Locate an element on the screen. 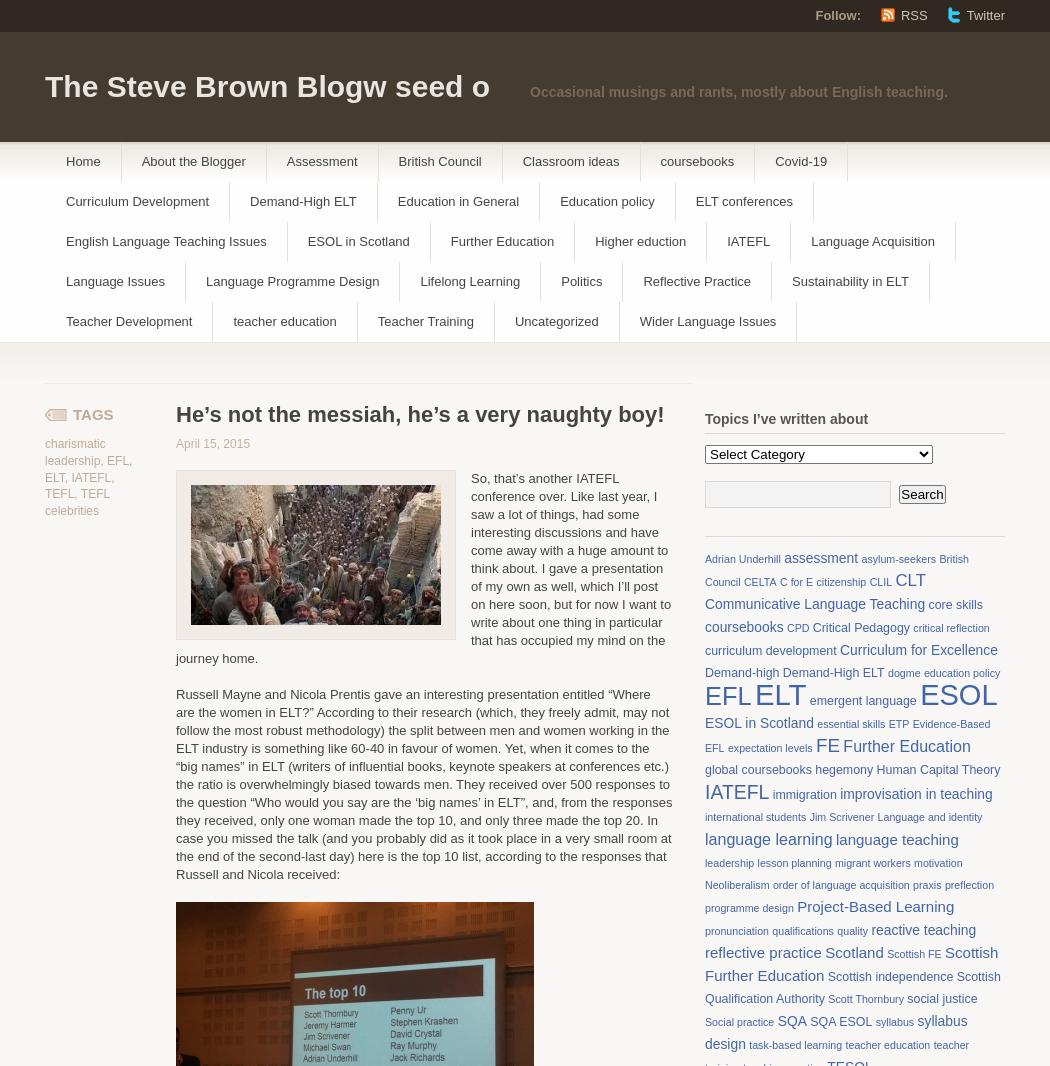 The image size is (1050, 1066). 'migrant workers' is located at coordinates (871, 863).